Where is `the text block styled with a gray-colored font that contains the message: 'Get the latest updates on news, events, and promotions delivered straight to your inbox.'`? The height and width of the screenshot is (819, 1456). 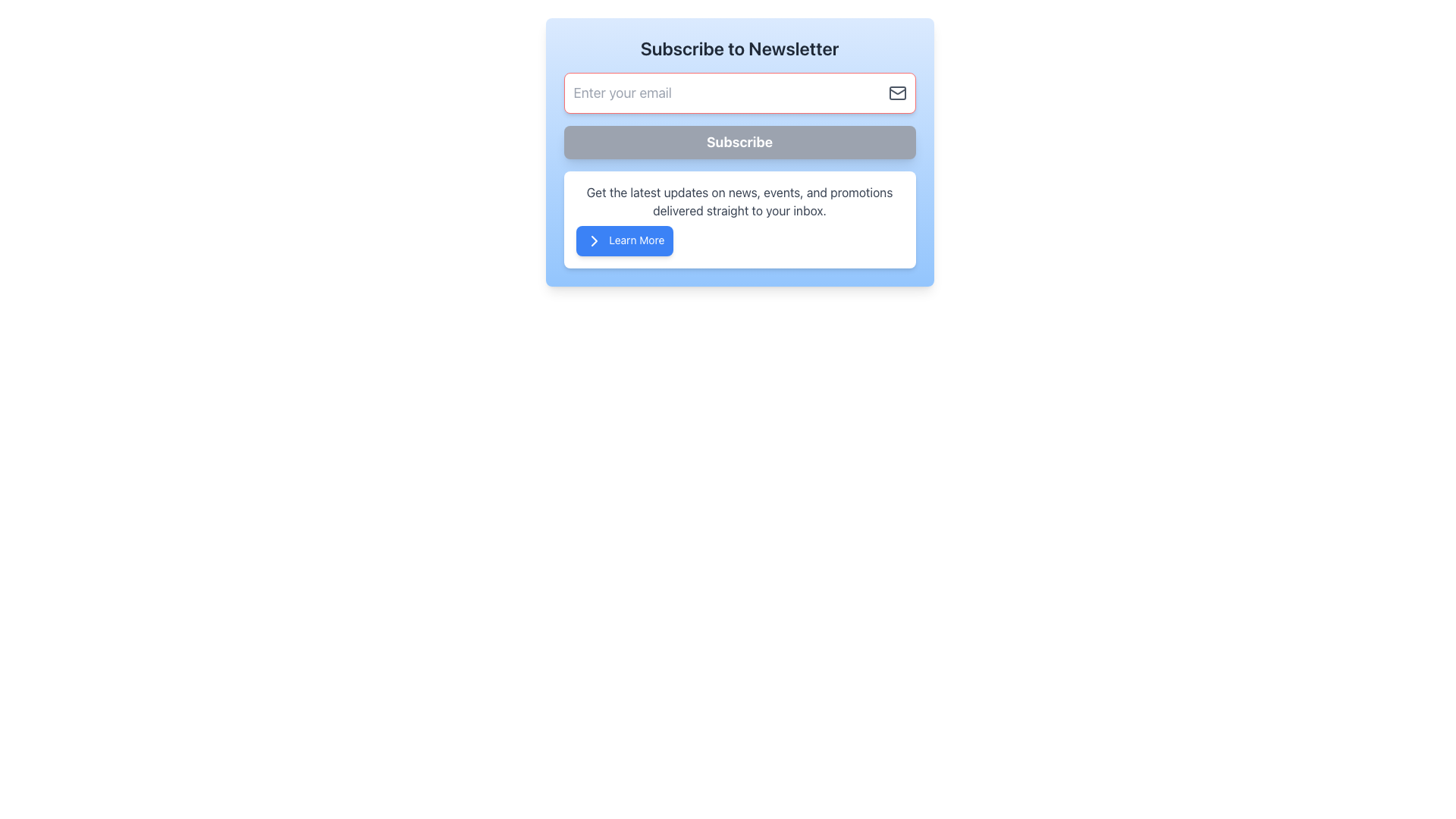 the text block styled with a gray-colored font that contains the message: 'Get the latest updates on news, events, and promotions delivered straight to your inbox.' is located at coordinates (739, 201).